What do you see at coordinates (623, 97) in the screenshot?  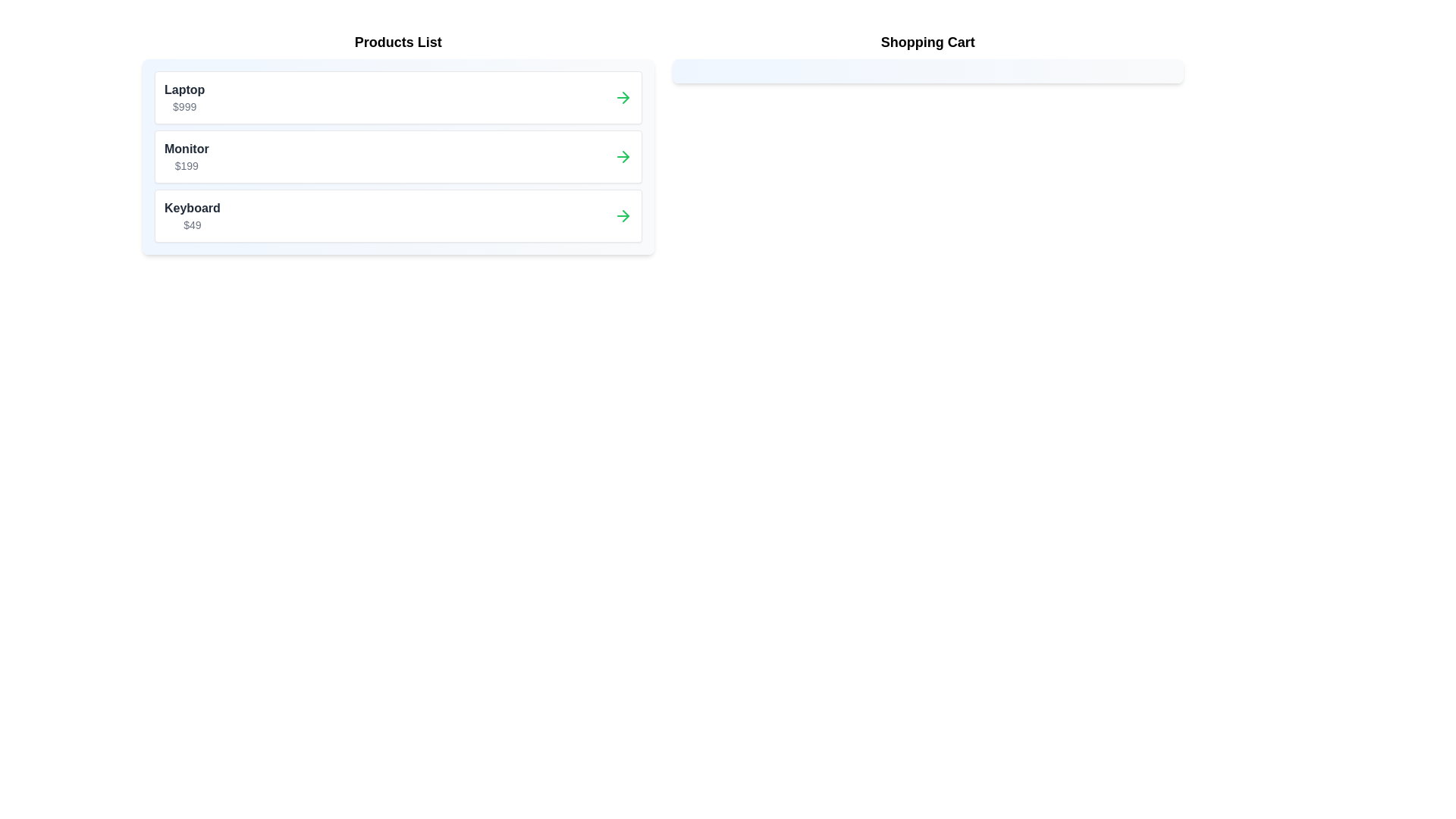 I see `arrow button next to the product labeled Laptop in the 'Products List' to transfer it to the 'Shopping Cart'` at bounding box center [623, 97].